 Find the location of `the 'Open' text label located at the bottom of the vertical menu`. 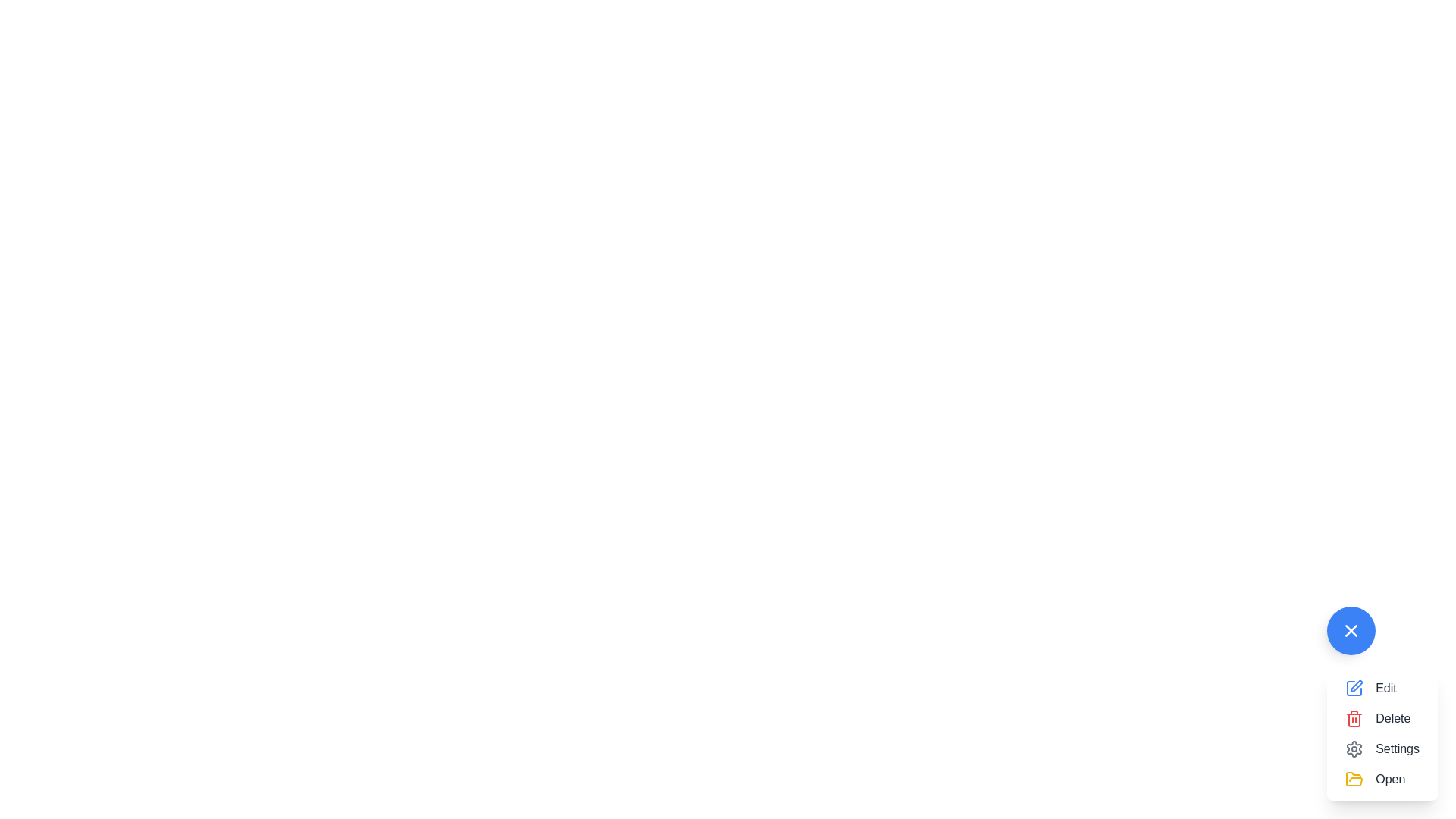

the 'Open' text label located at the bottom of the vertical menu is located at coordinates (1390, 780).